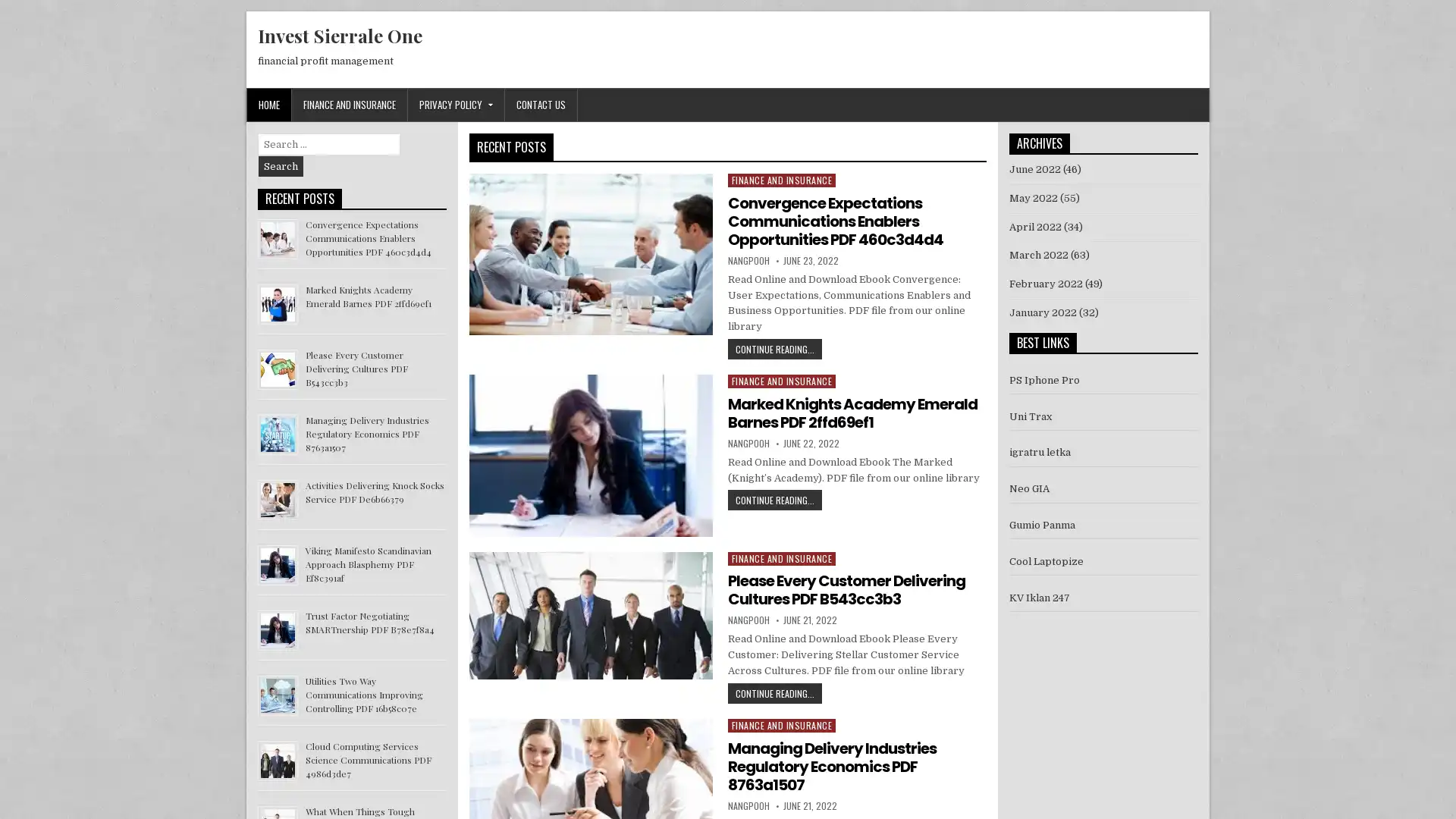 The height and width of the screenshot is (819, 1456). I want to click on Search, so click(281, 166).